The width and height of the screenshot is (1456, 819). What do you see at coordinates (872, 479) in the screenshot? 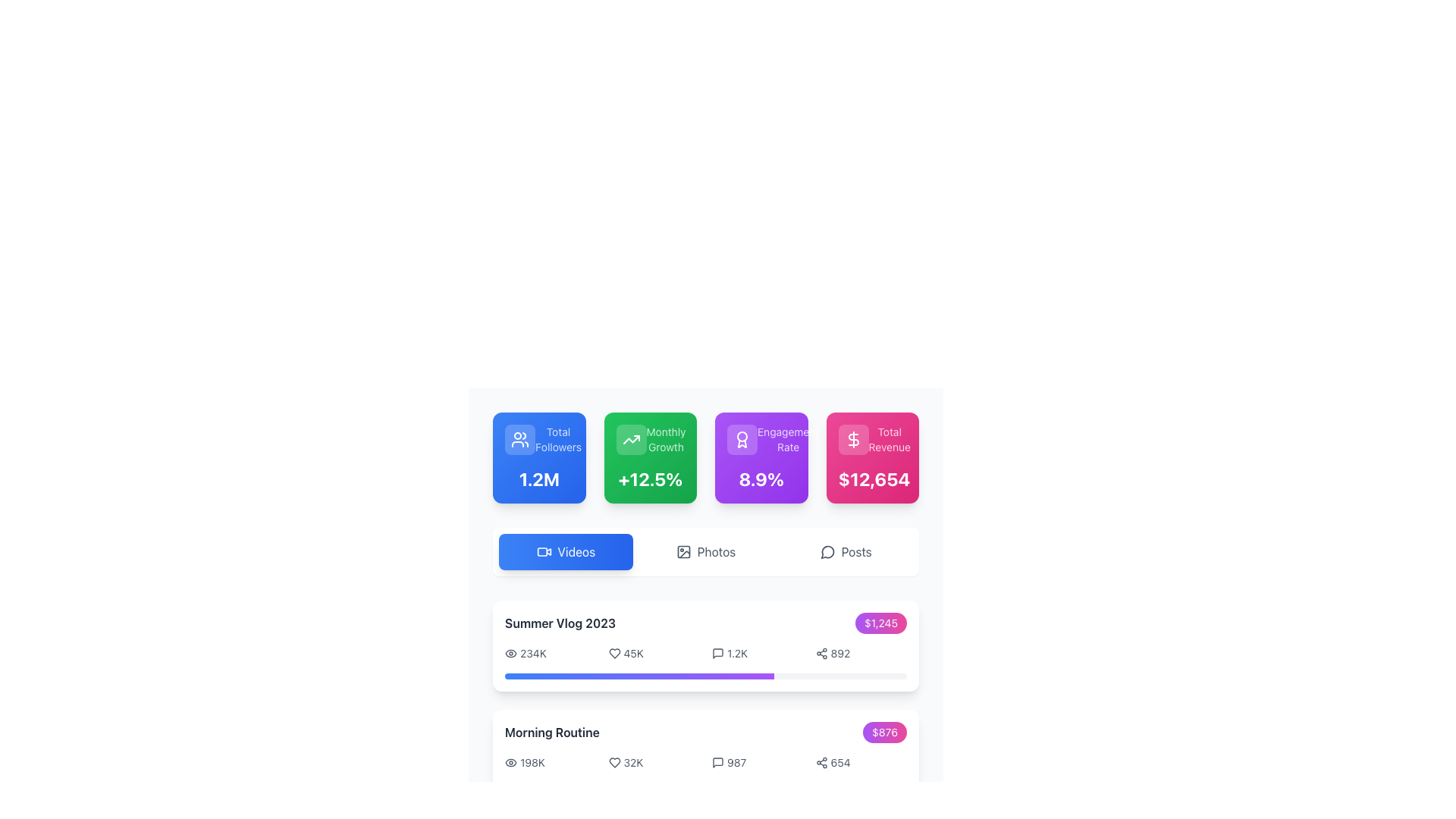
I see `the text display showing '$12,654' in bold white font, located at the bottom of the fourth card on the dashboard interface` at bounding box center [872, 479].